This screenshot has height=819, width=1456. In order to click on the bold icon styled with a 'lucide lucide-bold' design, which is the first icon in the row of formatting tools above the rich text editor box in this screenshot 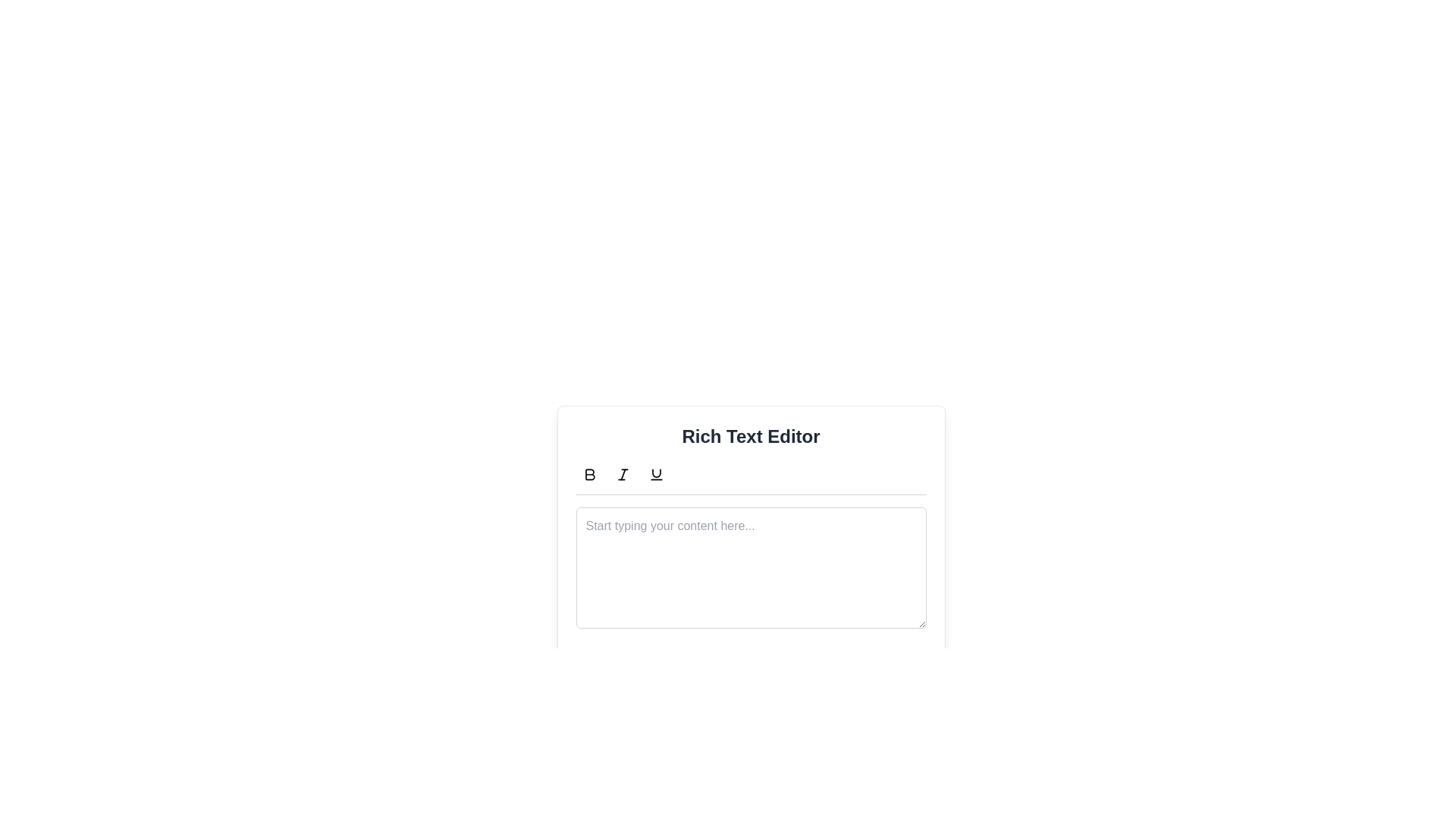, I will do `click(588, 473)`.